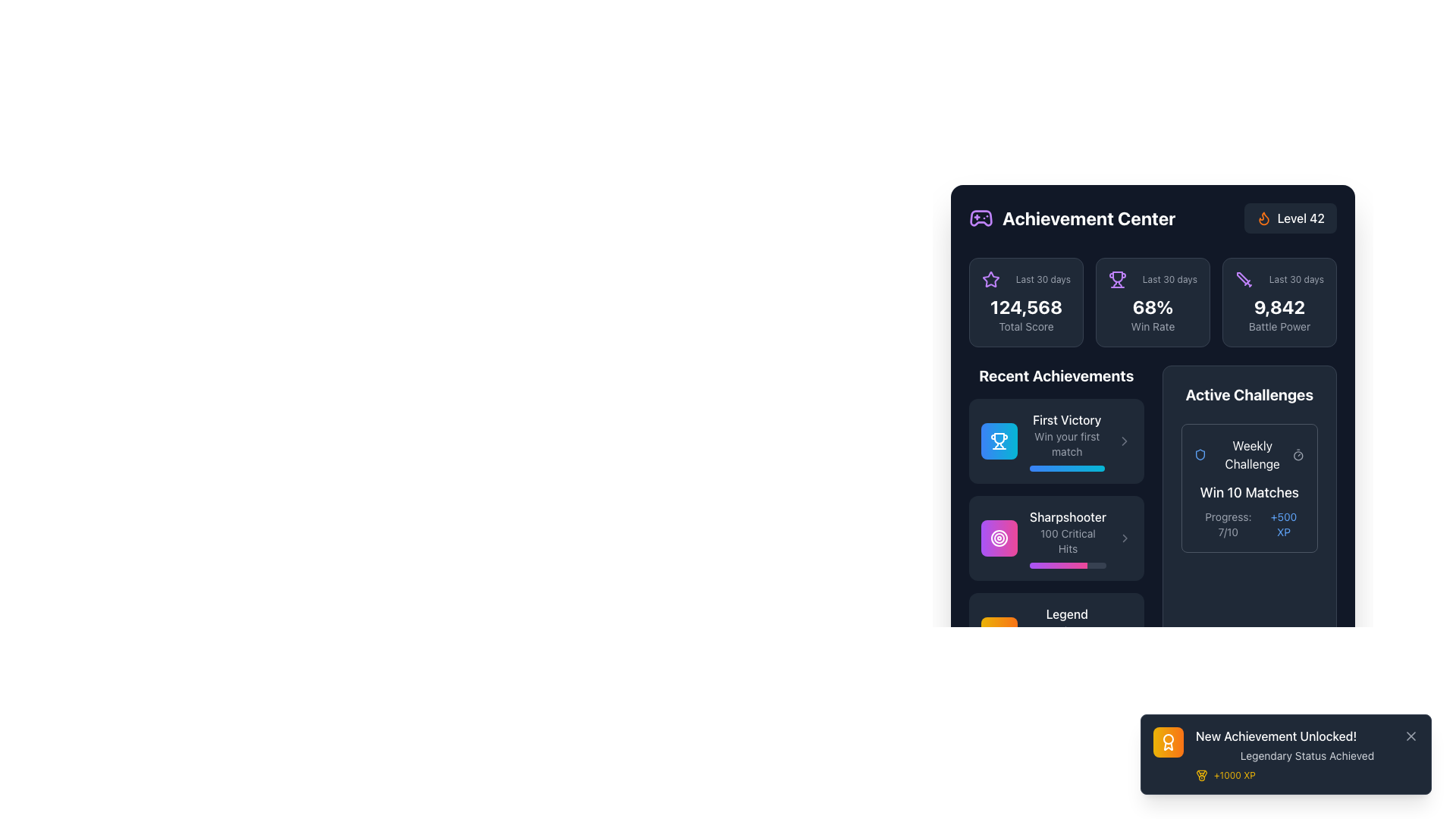 The image size is (1456, 819). What do you see at coordinates (1026, 280) in the screenshot?
I see `the decorative label with a purple star icon and the text 'Last 30 days', located in the top-left corner of the statistical metric card` at bounding box center [1026, 280].